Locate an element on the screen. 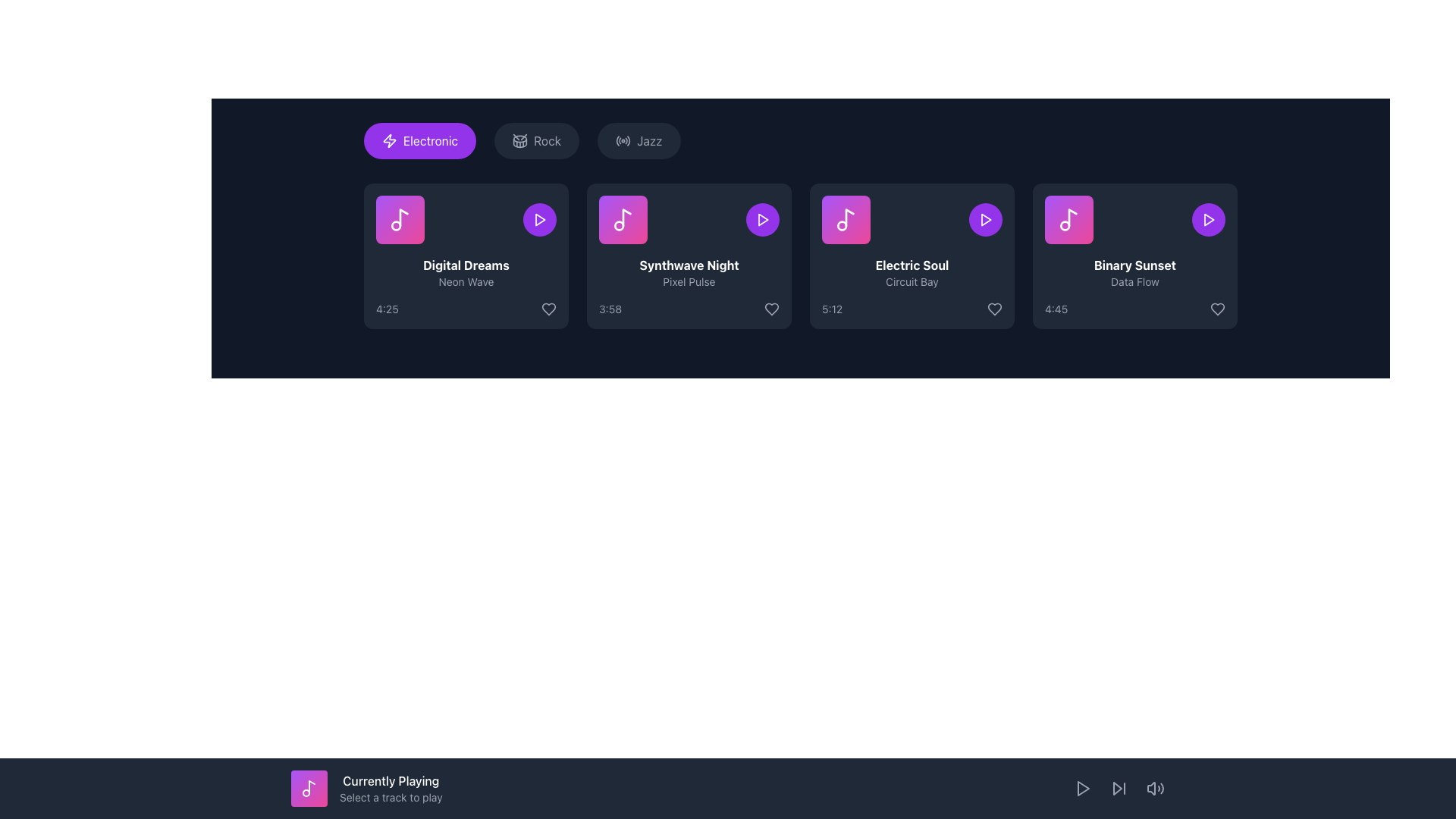 Image resolution: width=1456 pixels, height=819 pixels. the play button icon is located at coordinates (539, 219).